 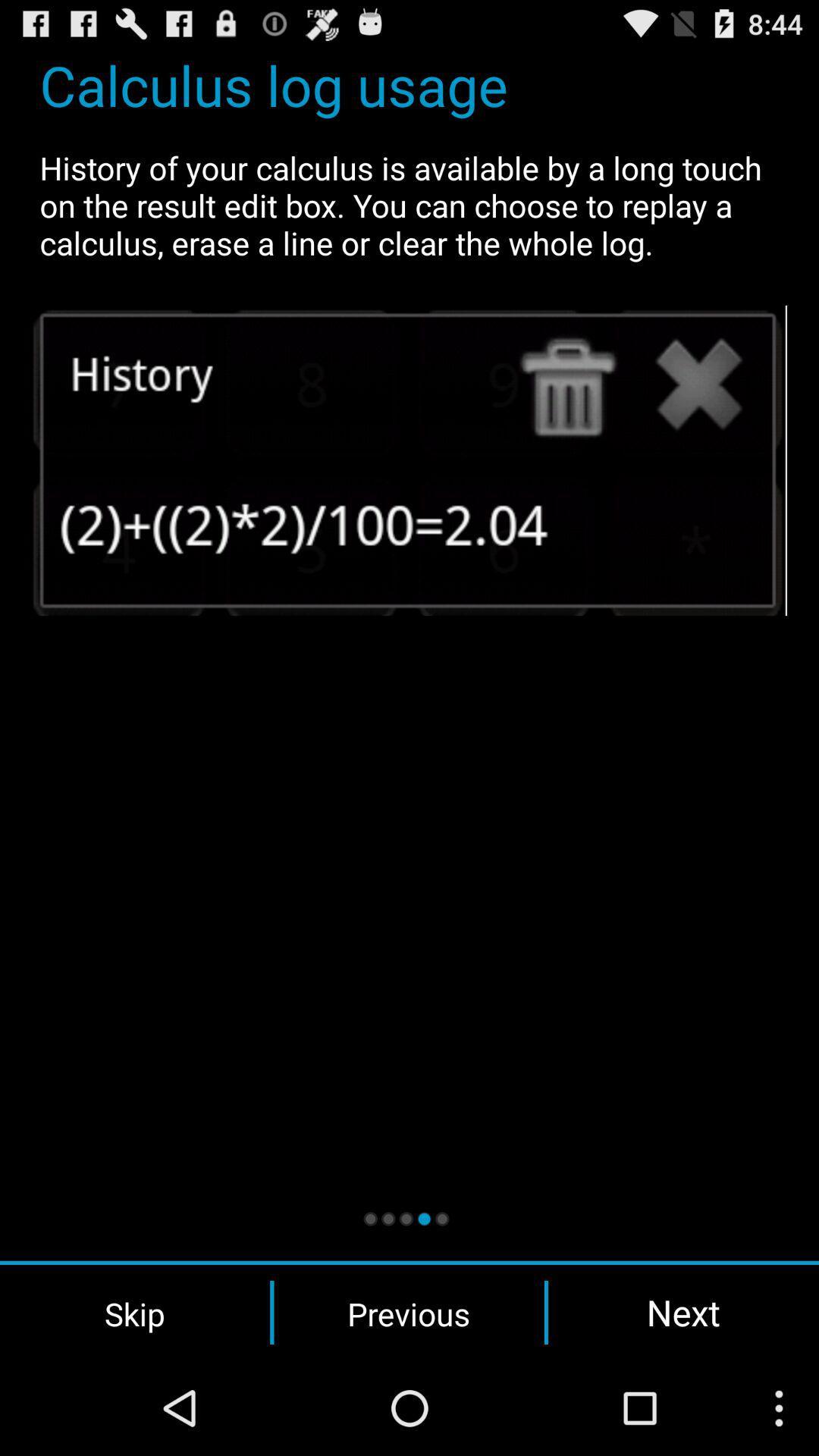 I want to click on next icon, so click(x=683, y=1312).